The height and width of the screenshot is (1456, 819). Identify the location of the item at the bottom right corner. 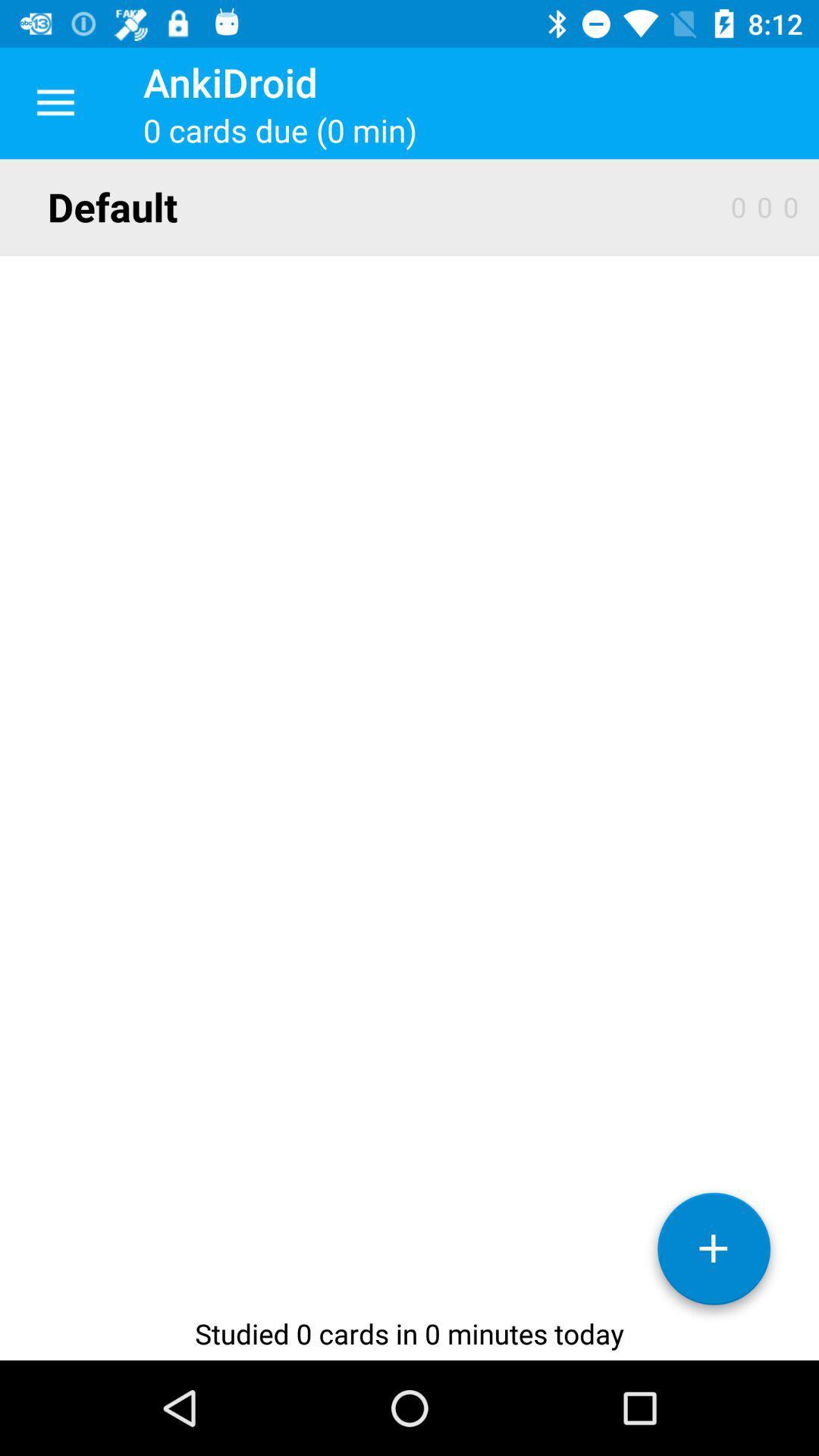
(714, 1254).